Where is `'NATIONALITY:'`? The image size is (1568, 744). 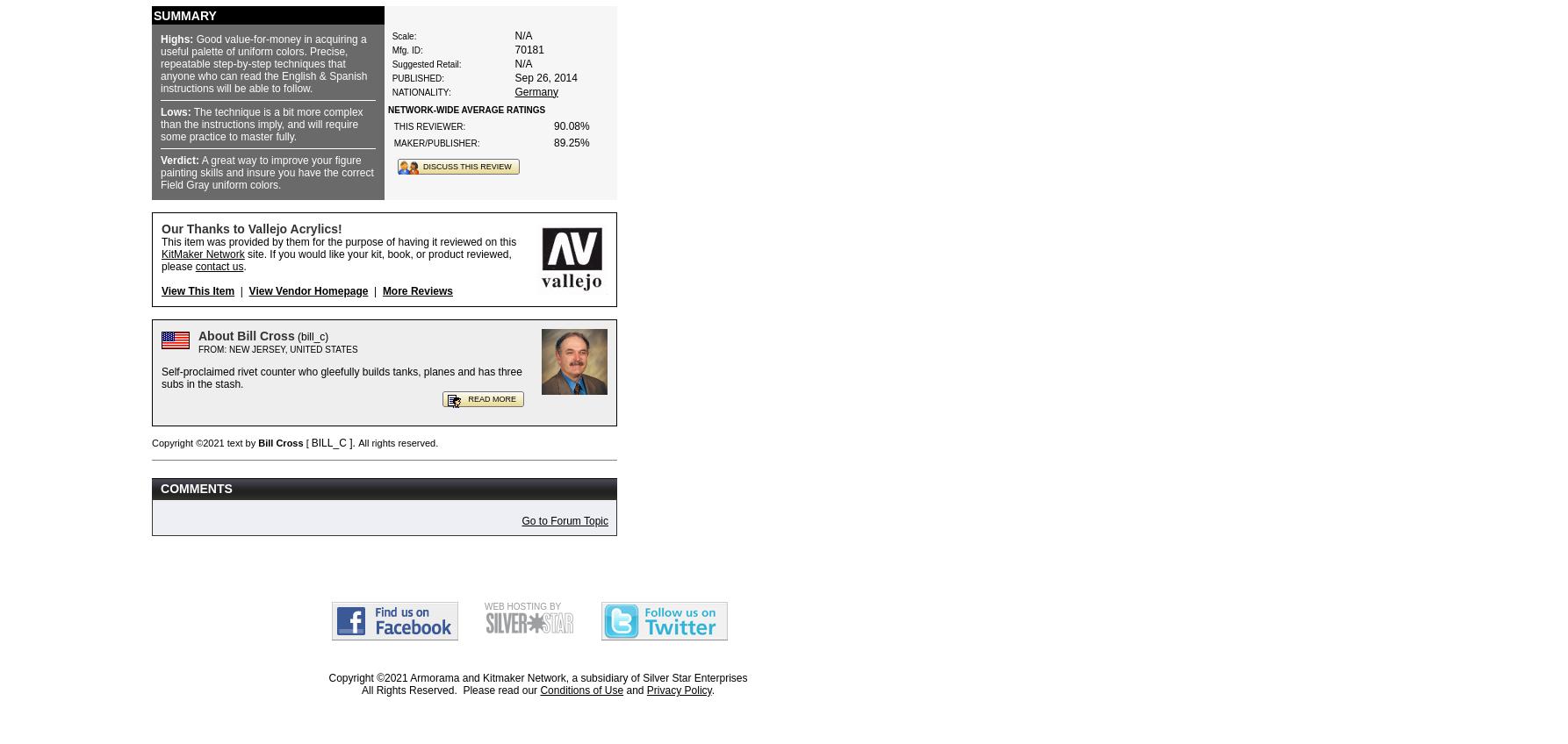 'NATIONALITY:' is located at coordinates (391, 91).